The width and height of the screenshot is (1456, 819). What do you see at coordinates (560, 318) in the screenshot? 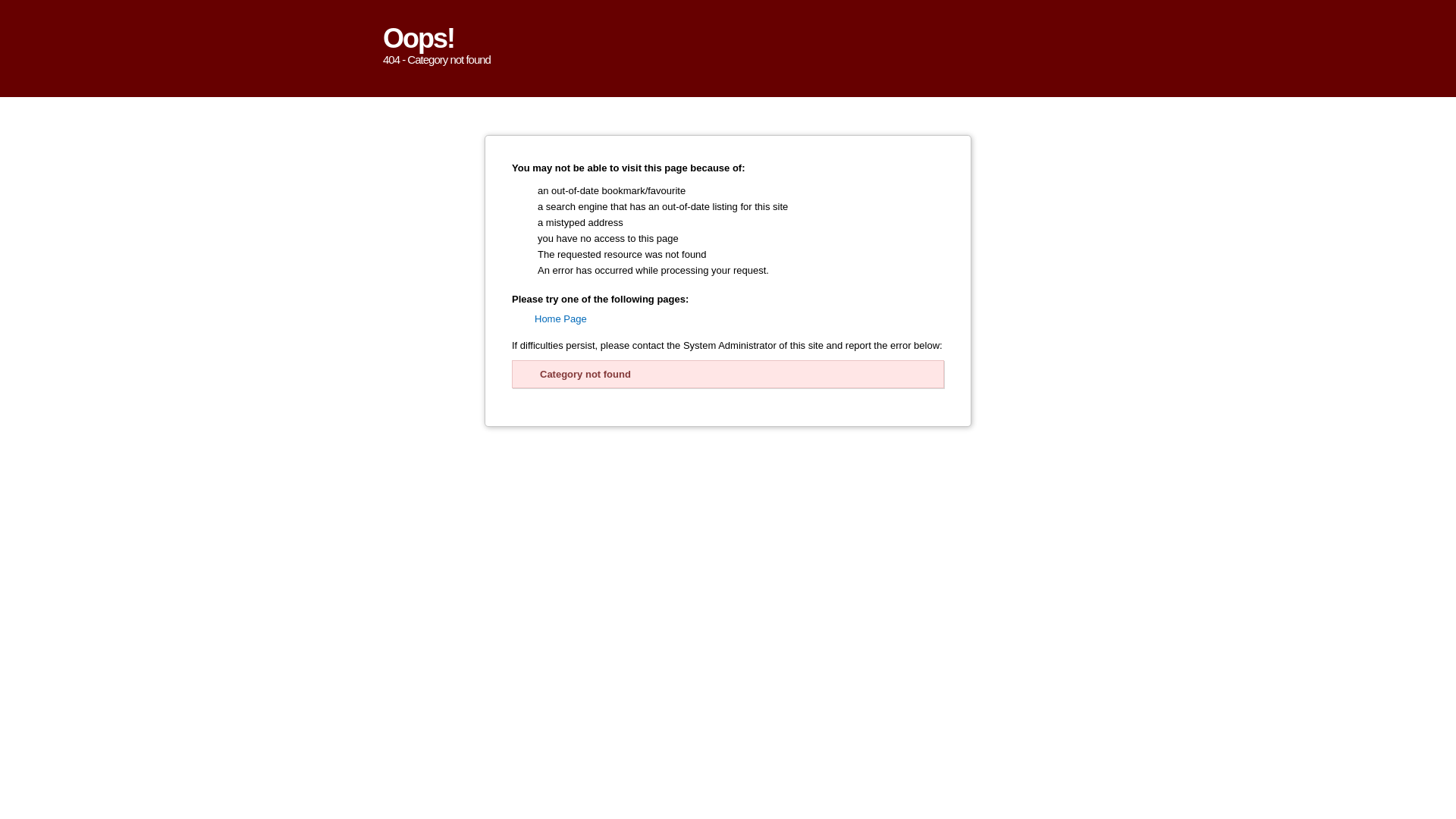
I see `'Home Page'` at bounding box center [560, 318].